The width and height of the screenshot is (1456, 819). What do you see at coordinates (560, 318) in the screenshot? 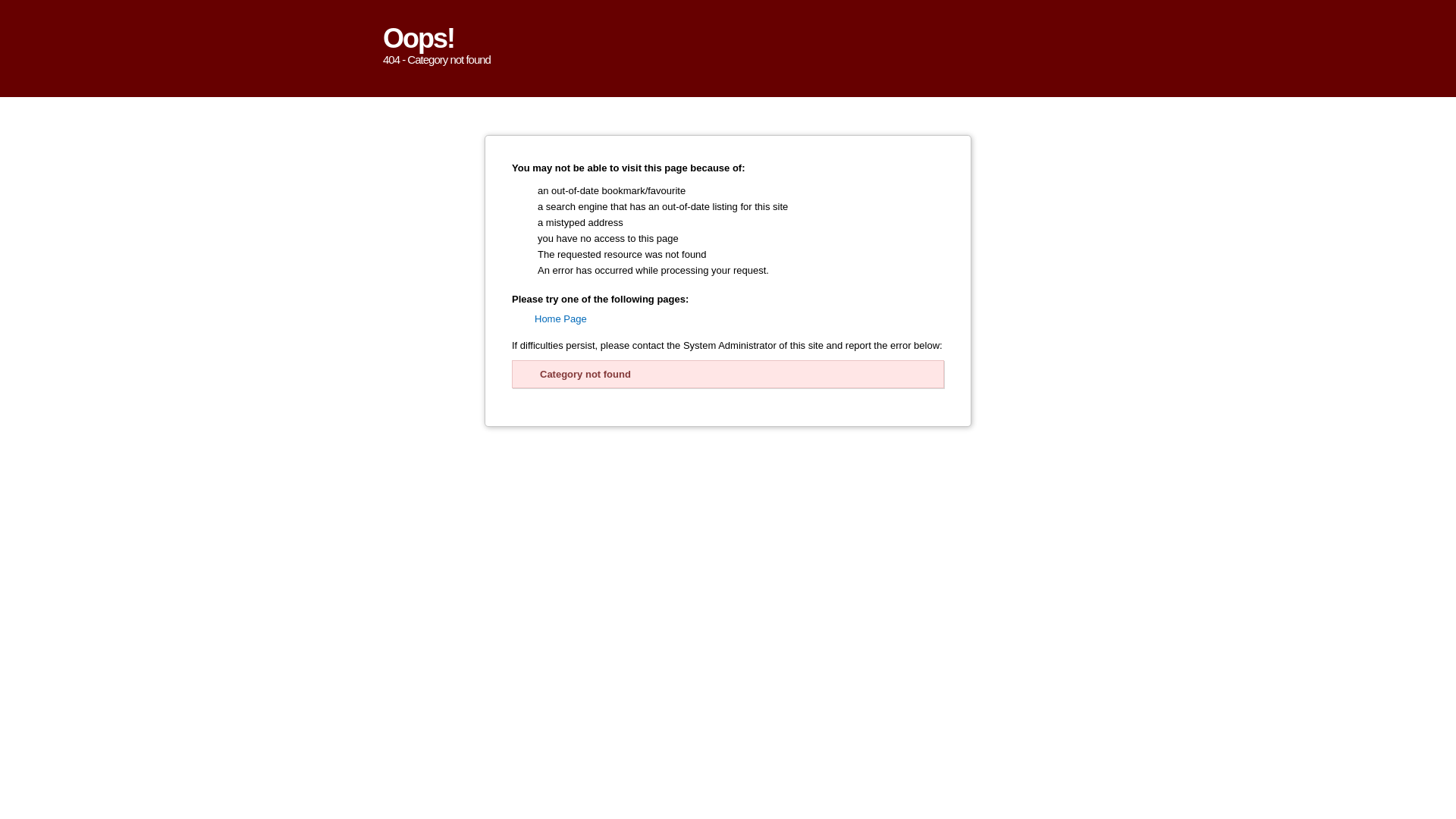
I see `'Home Page'` at bounding box center [560, 318].